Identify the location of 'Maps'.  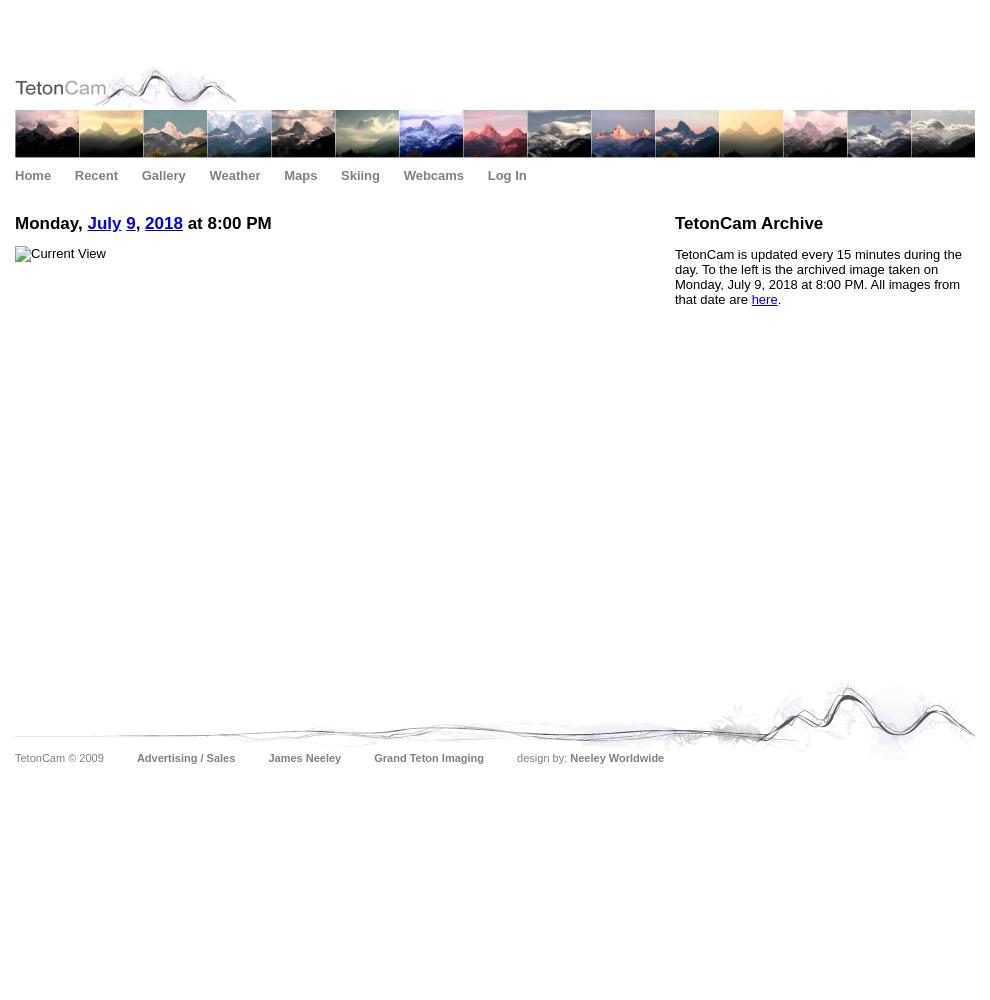
(299, 175).